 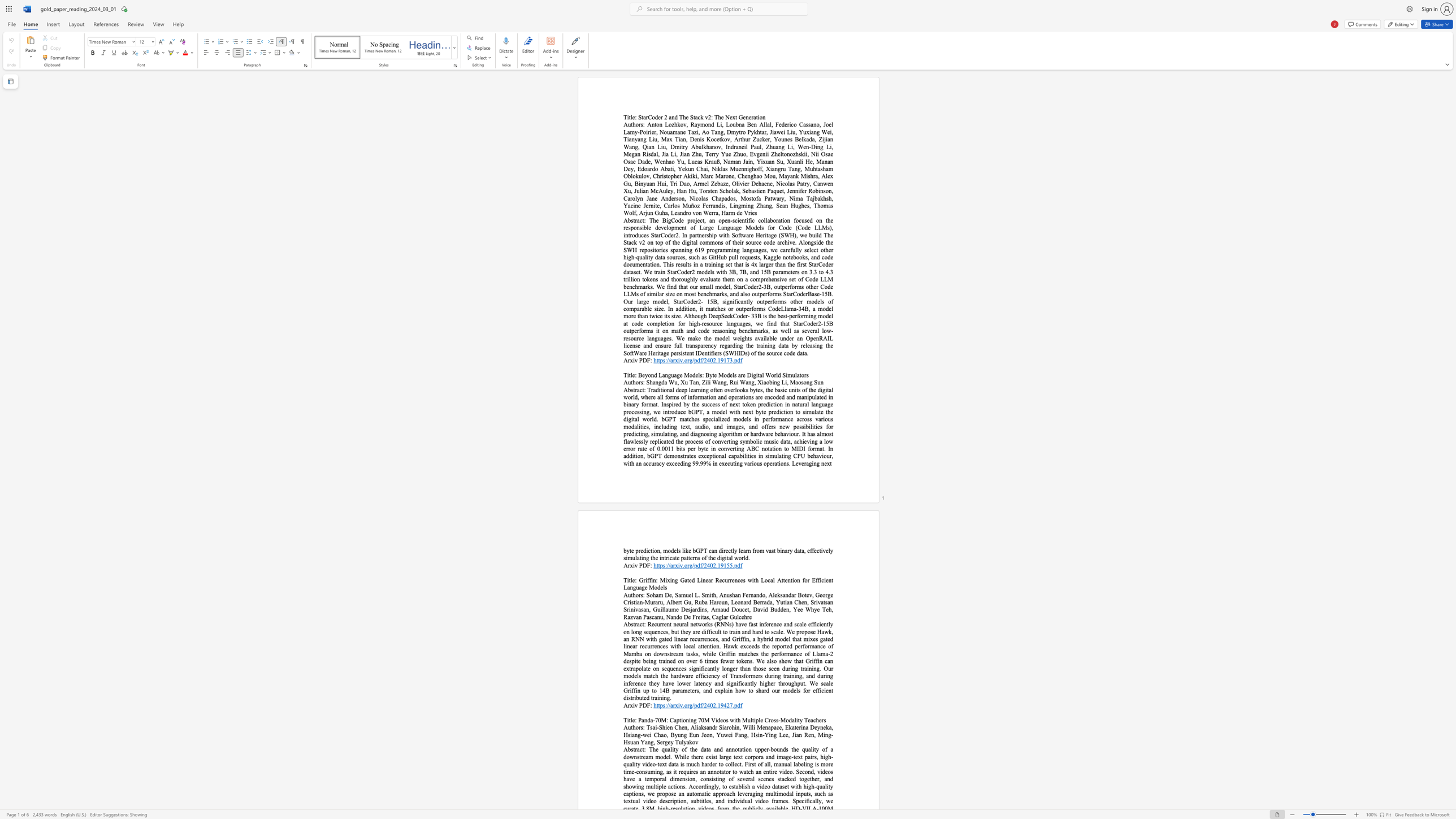 What do you see at coordinates (623, 565) in the screenshot?
I see `the subset text "Arxiv PDF" within the text "Arxiv PDF:"` at bounding box center [623, 565].